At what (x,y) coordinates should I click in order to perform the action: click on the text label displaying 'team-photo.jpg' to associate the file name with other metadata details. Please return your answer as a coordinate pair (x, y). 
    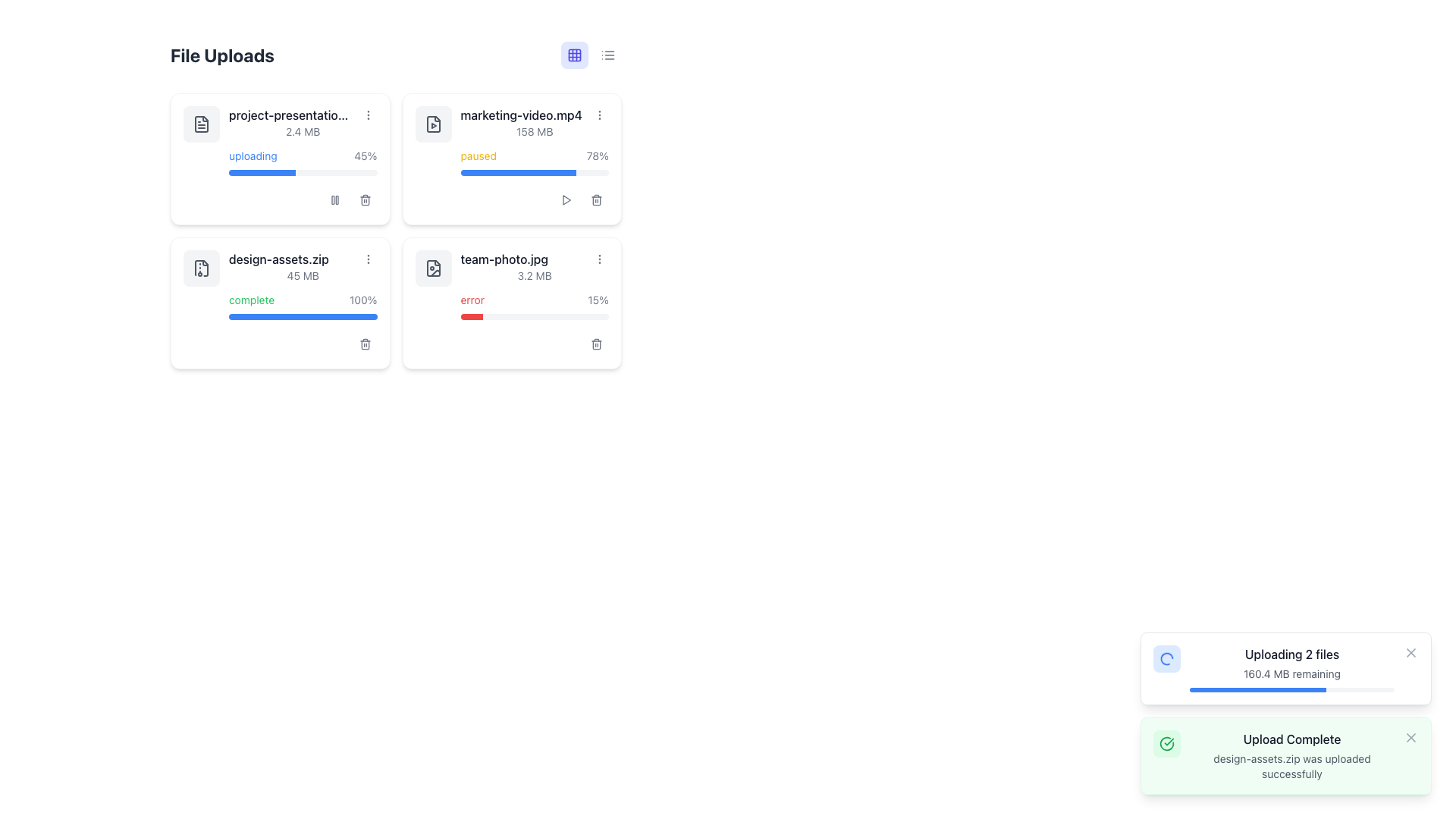
    Looking at the image, I should click on (535, 259).